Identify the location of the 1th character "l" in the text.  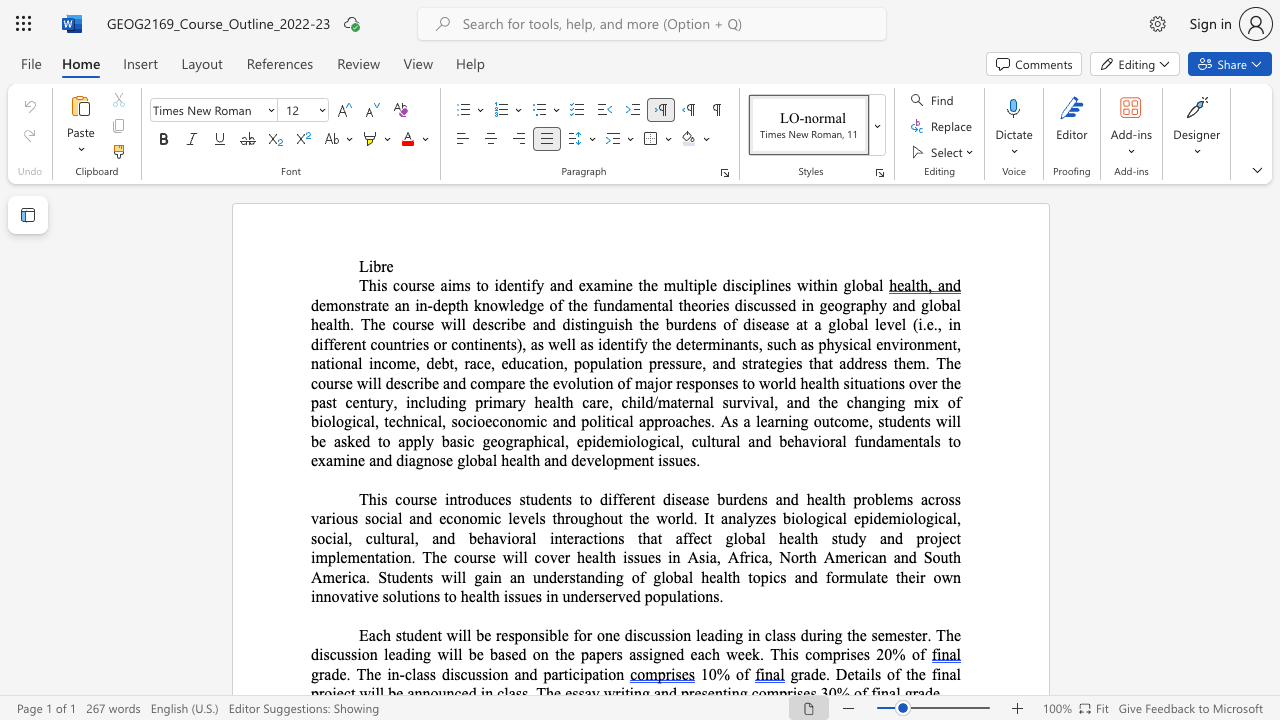
(568, 343).